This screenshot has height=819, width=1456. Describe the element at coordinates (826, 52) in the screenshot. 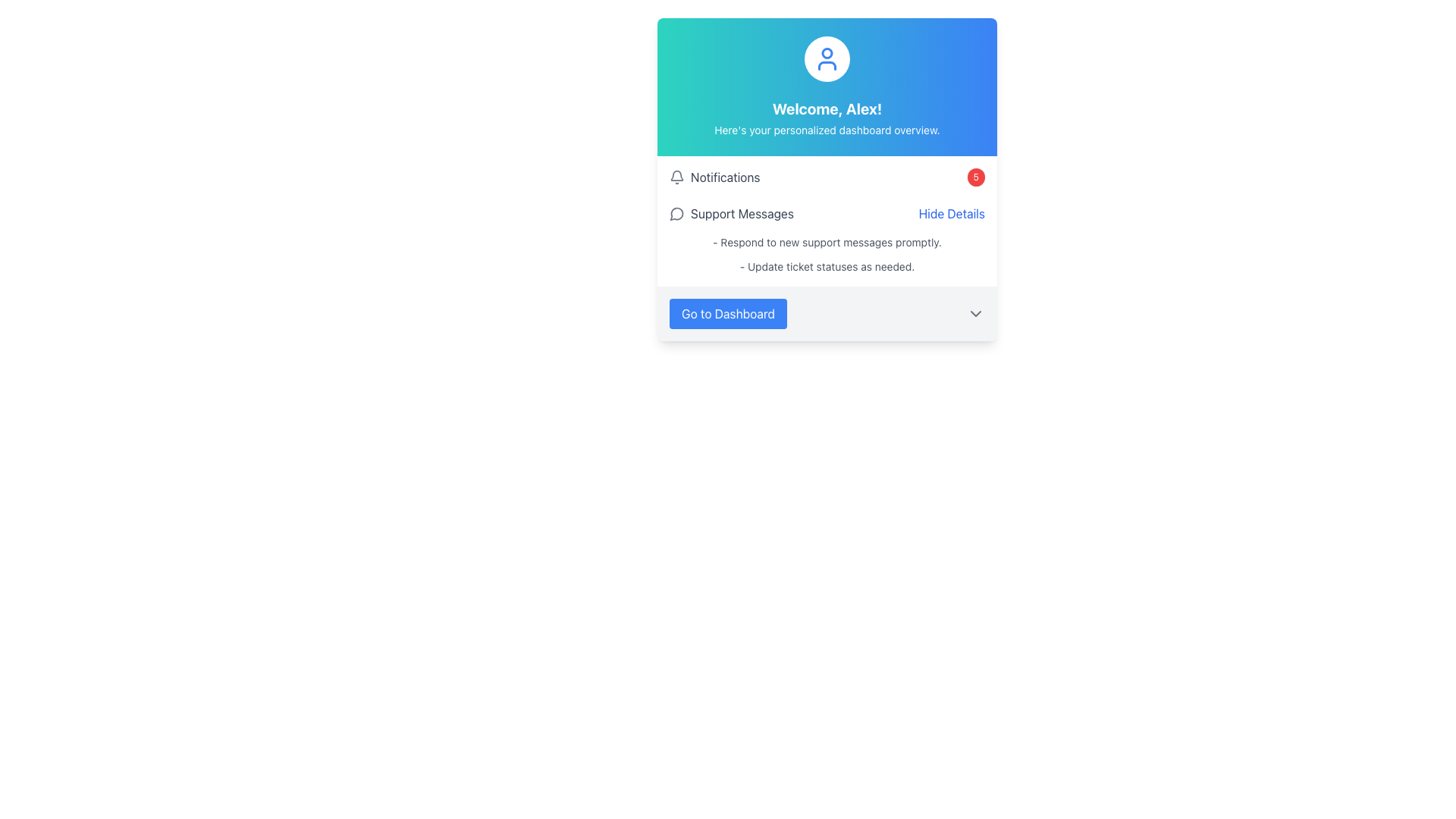

I see `the Circle element in the SVG graphic representing a user profile, located at the top-center of the card element` at that location.